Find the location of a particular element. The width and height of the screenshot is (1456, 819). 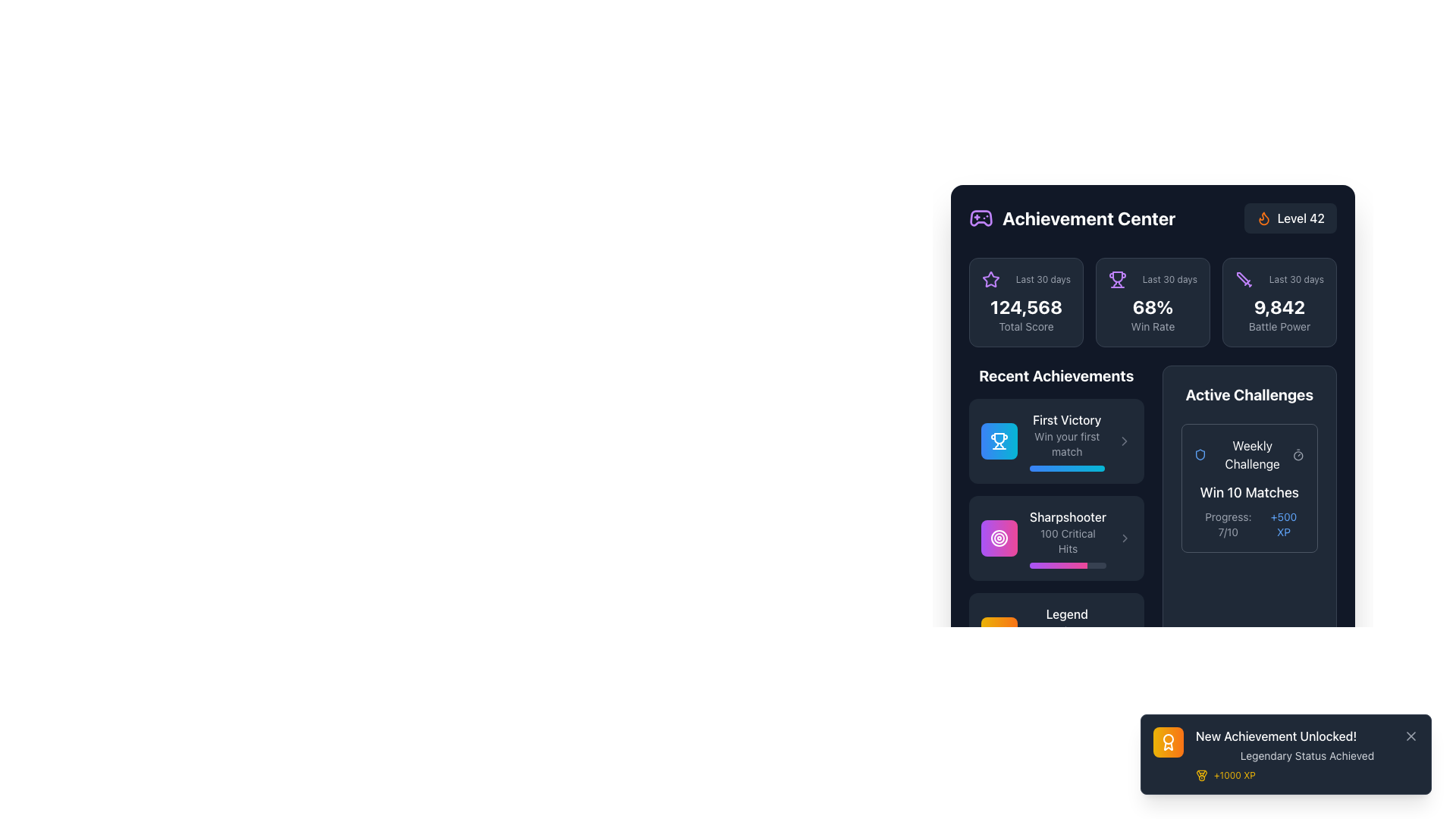

the Progress Bar element located at the bottom of the 'First Victory' card in the 'Recent Achievements' section, which is styled with a gradient from blue to cyan is located at coordinates (1066, 467).